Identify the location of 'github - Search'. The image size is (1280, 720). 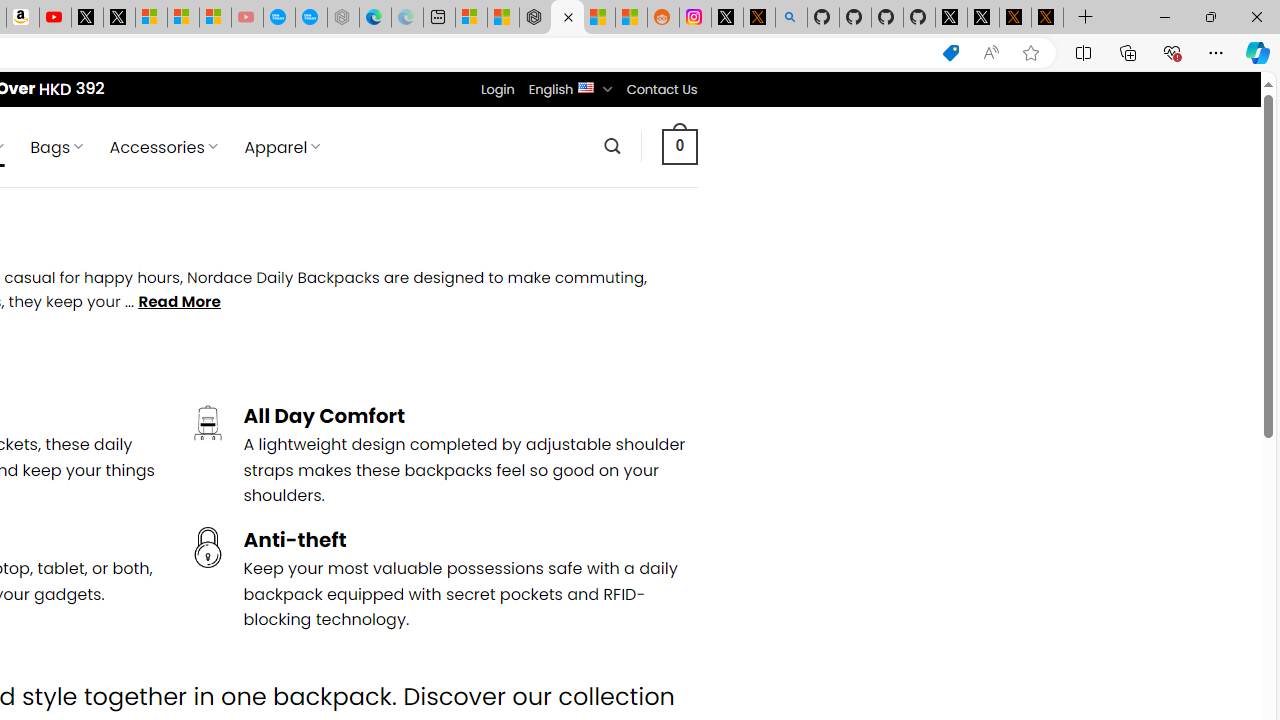
(790, 17).